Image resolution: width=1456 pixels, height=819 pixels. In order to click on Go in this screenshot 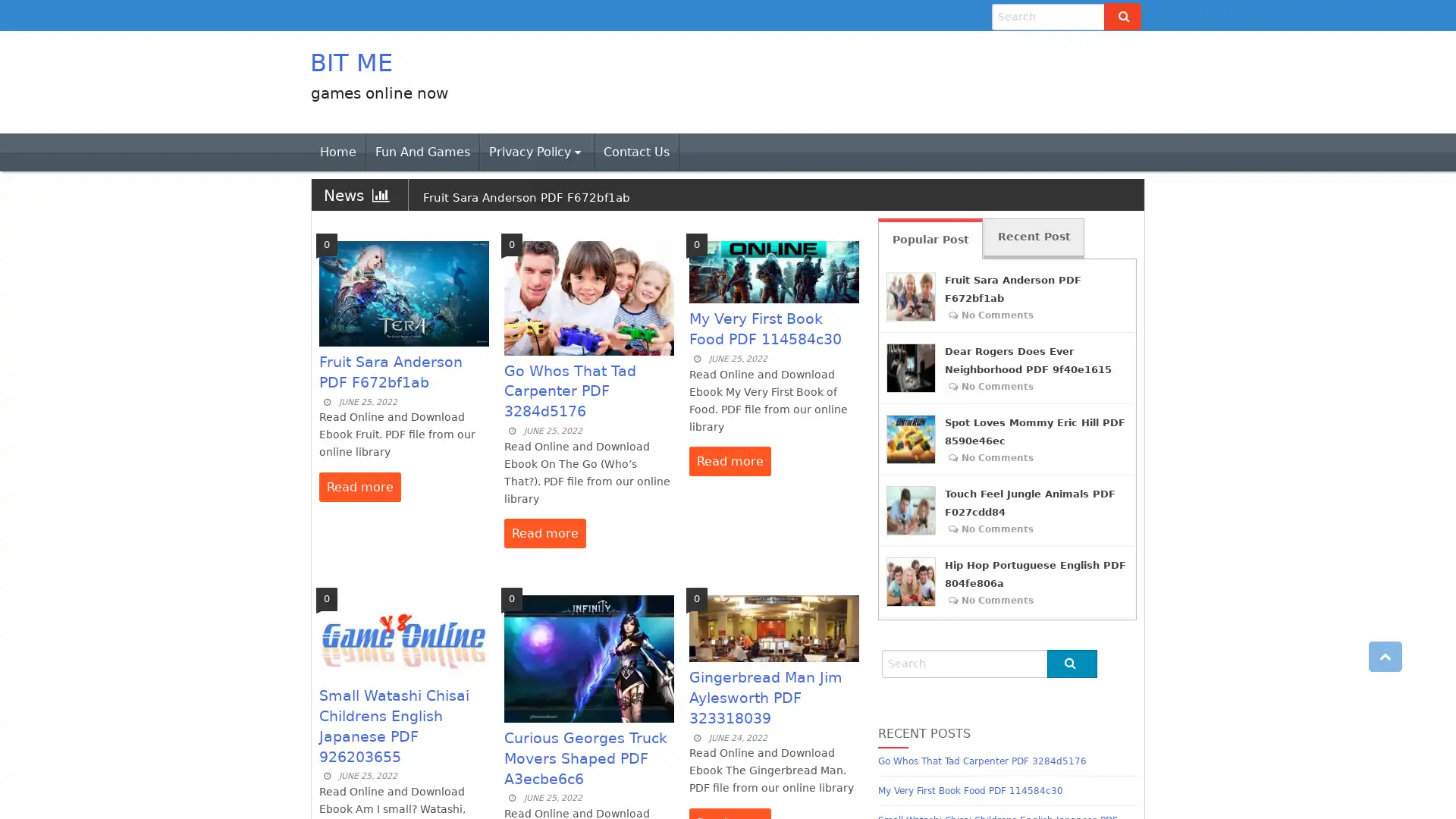, I will do `click(1122, 15)`.